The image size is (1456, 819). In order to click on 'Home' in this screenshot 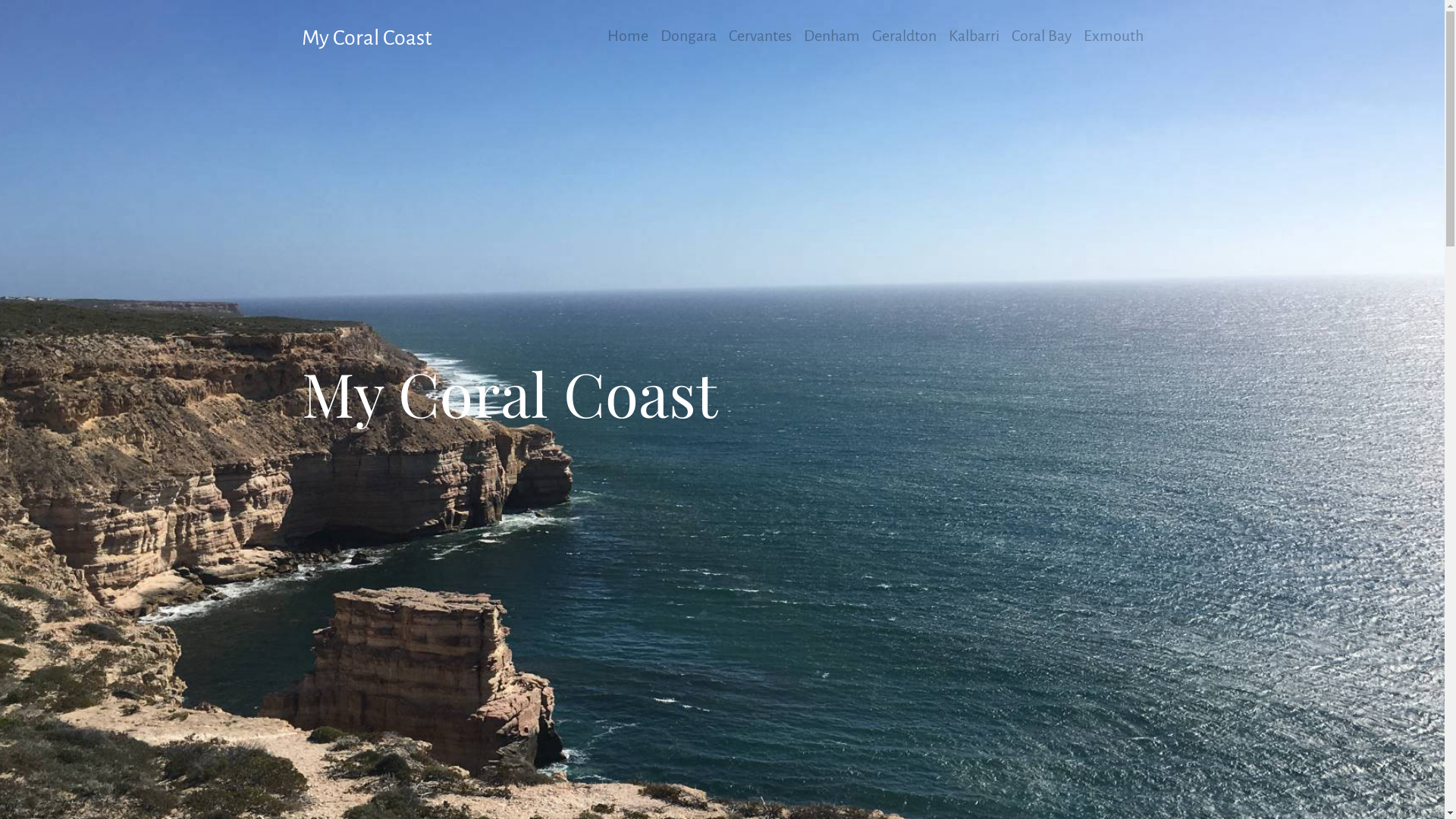, I will do `click(626, 35)`.